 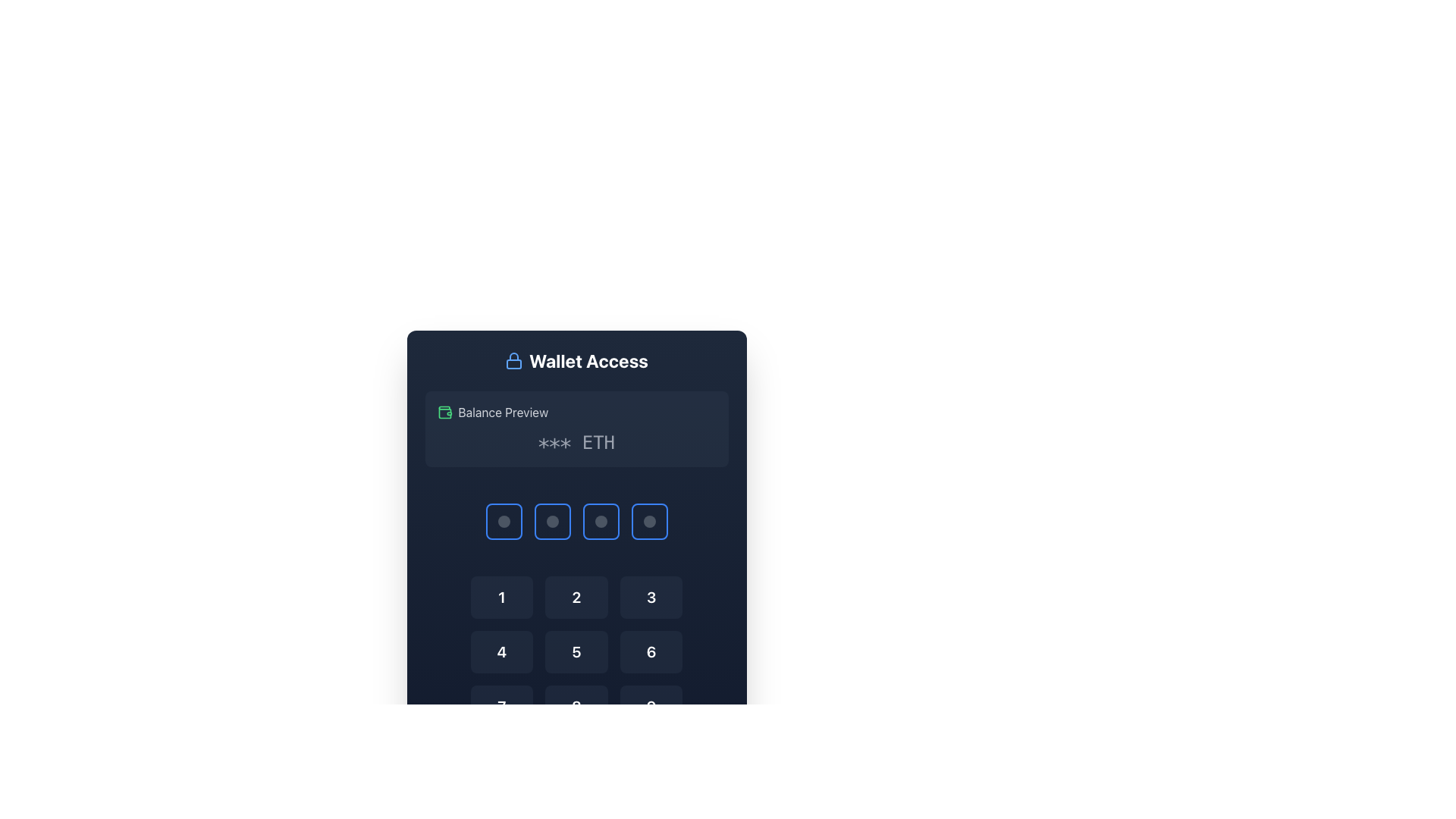 I want to click on the button that inputs the digit '7' located in the third row and first column of the numeric keypad, so click(x=501, y=707).